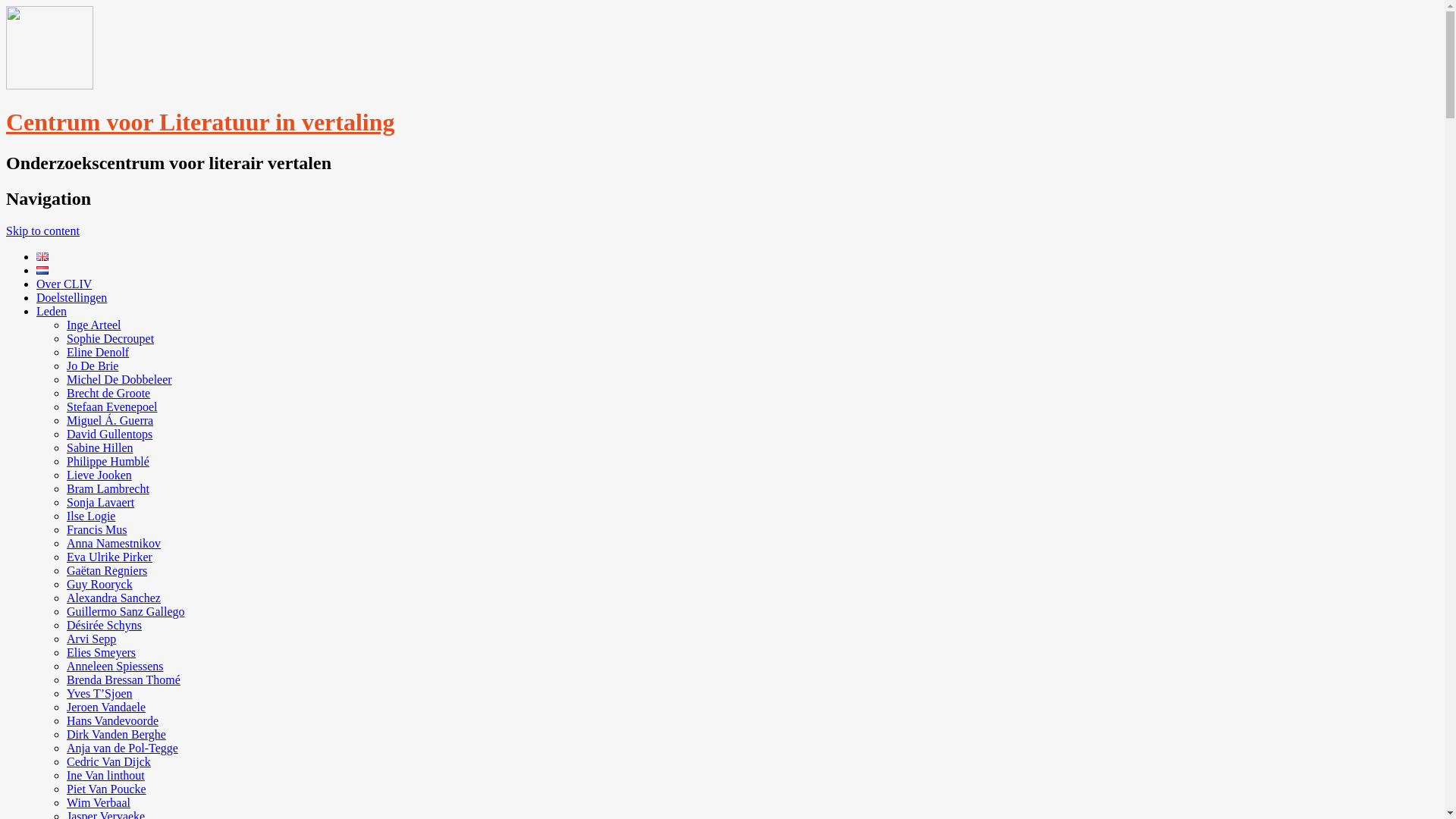  I want to click on 'David Gullentops', so click(108, 434).